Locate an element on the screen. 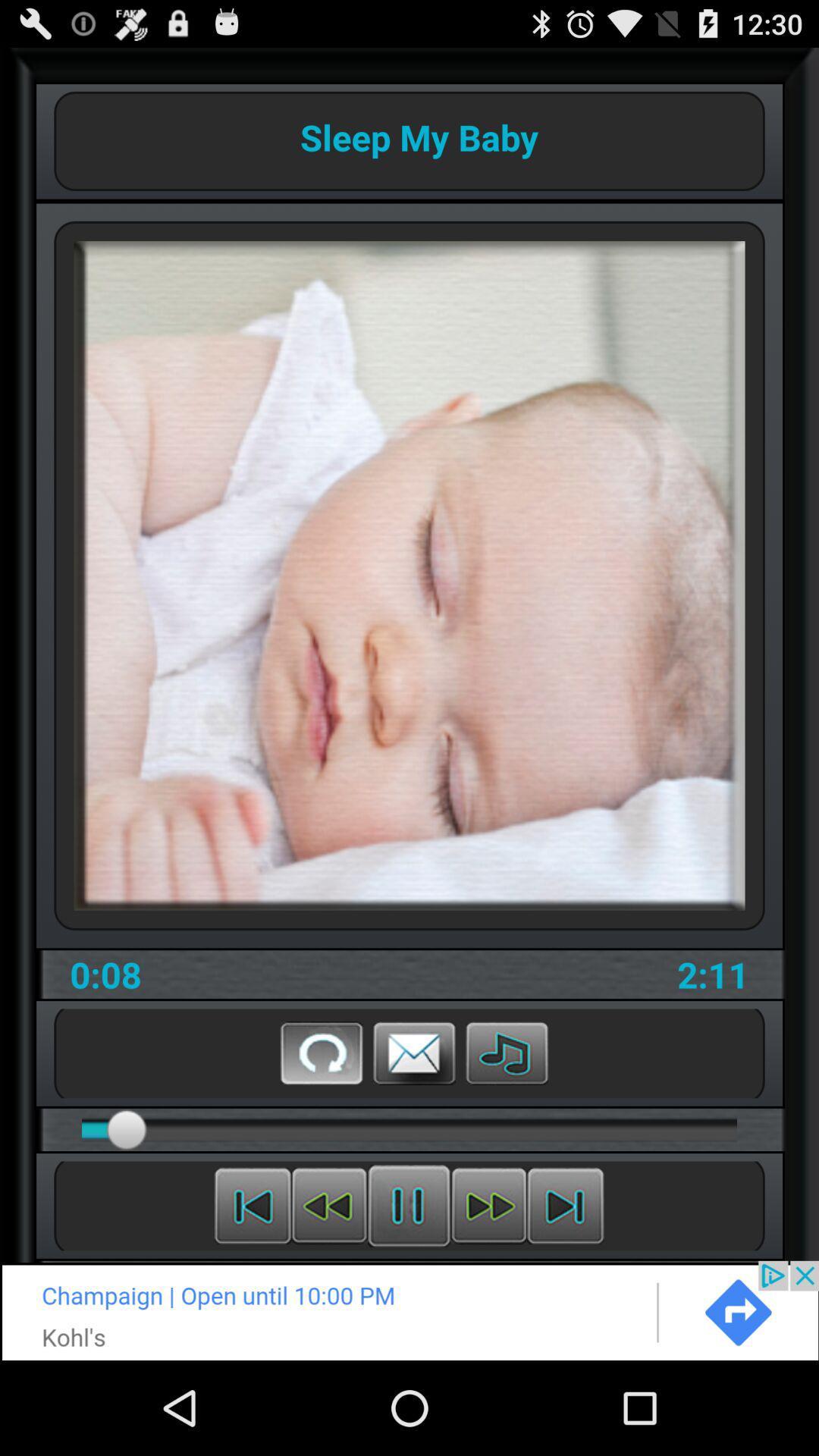  rewind the song is located at coordinates (252, 1205).